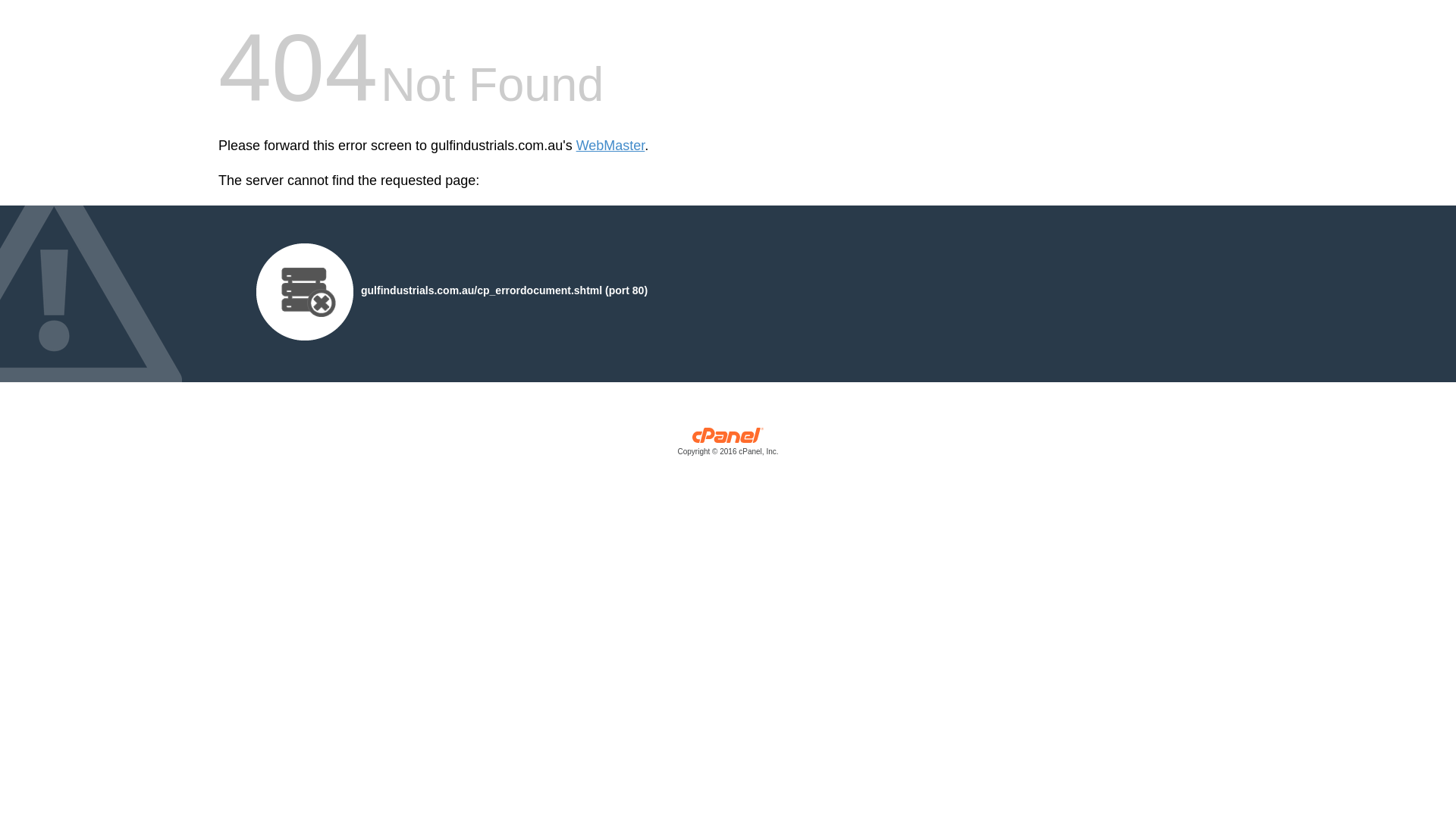  Describe the element at coordinates (610, 146) in the screenshot. I see `'WebMaster'` at that location.